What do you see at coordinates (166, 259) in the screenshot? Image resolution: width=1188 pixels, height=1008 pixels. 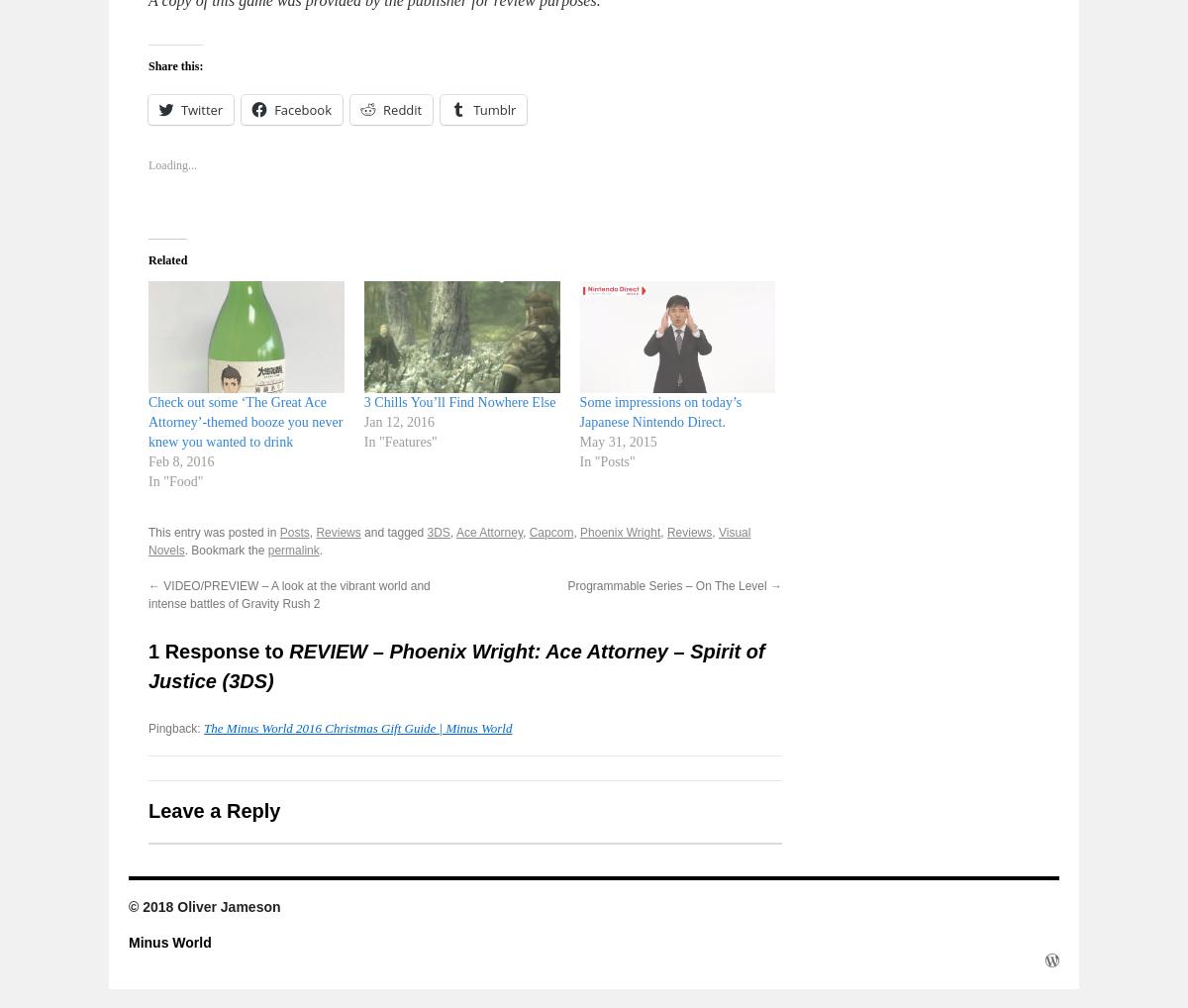 I see `'Related'` at bounding box center [166, 259].